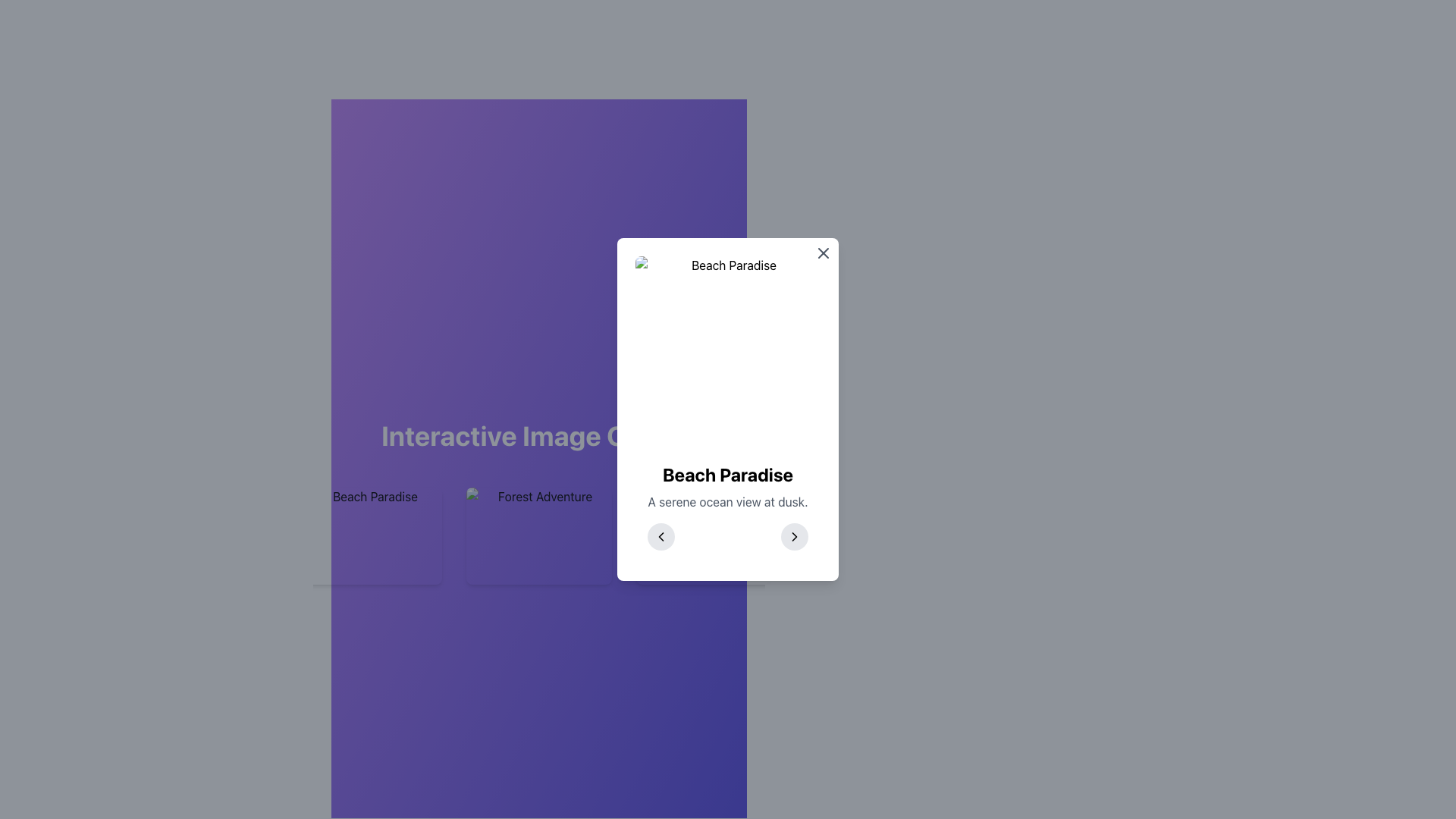 Image resolution: width=1456 pixels, height=819 pixels. Describe the element at coordinates (793, 536) in the screenshot. I see `the navigation button located on the right side of the modal window` at that location.